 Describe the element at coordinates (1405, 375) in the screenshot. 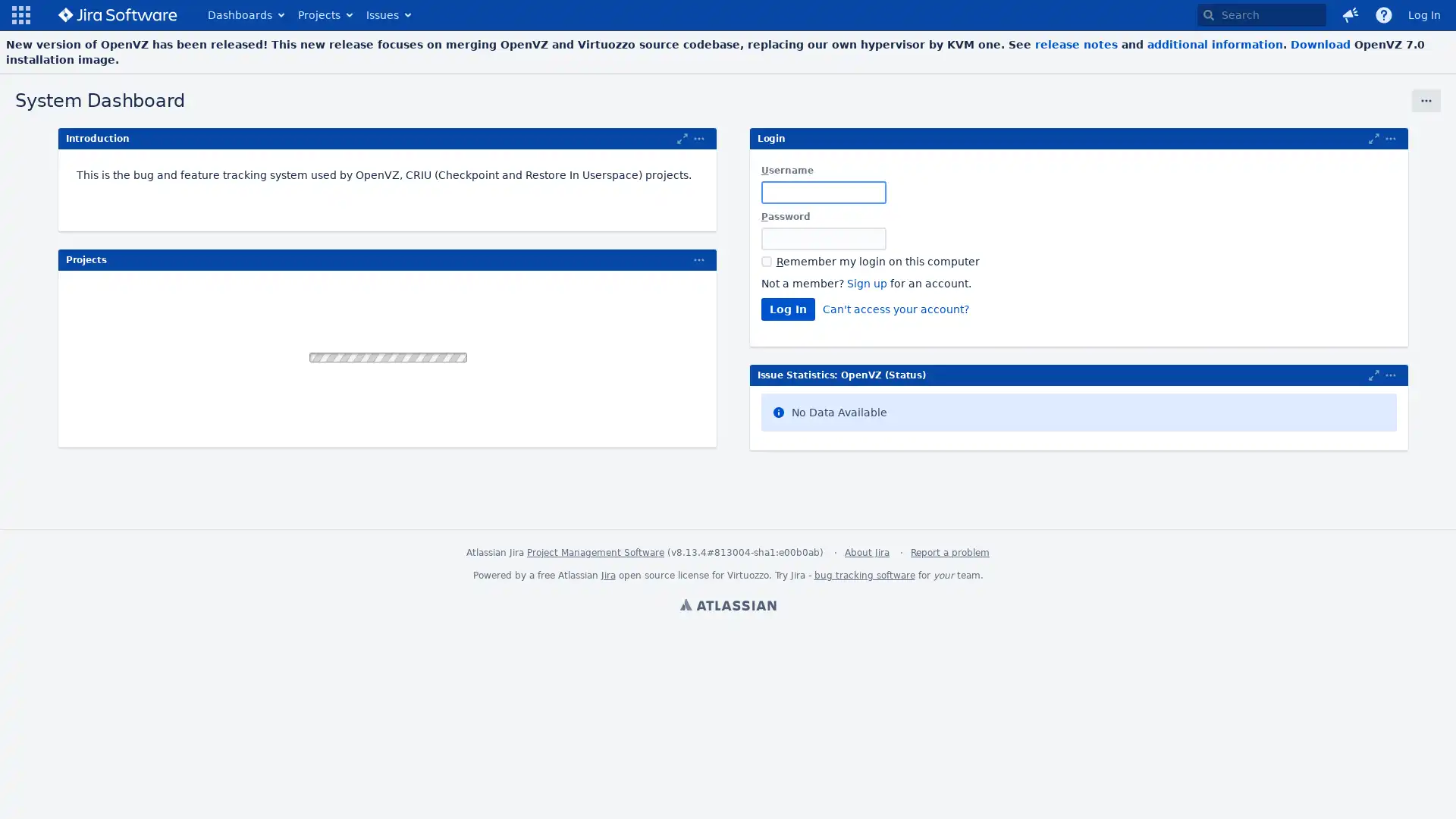

I see `Expand` at that location.